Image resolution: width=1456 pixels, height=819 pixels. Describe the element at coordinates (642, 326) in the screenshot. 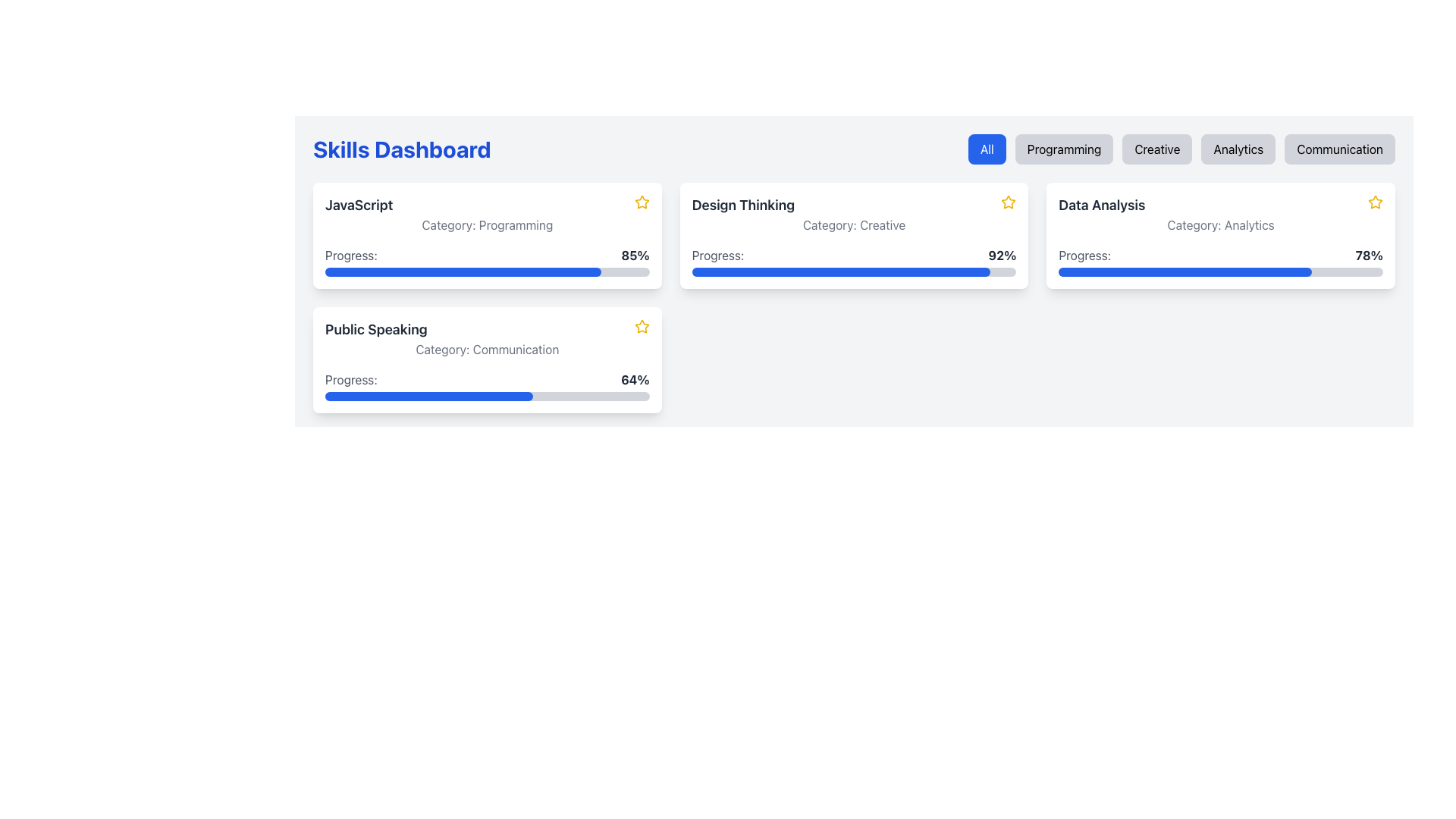

I see `the star icon representing the favorite status for the 'Public Speaking' category` at that location.